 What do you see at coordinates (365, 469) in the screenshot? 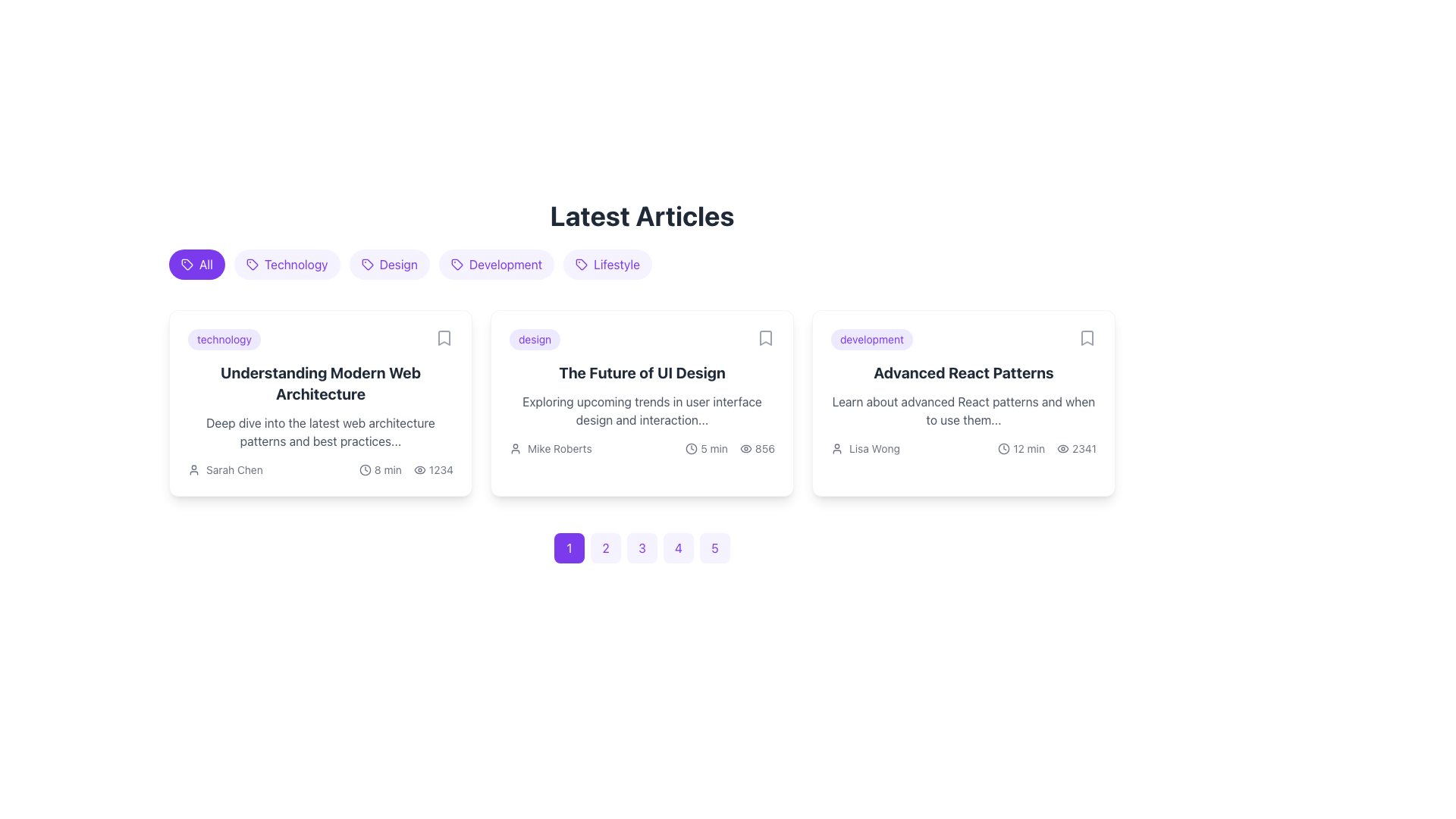
I see `the SVG Circle Element representing the clock face within the clock icon that indicates time-related metadata for the article` at bounding box center [365, 469].